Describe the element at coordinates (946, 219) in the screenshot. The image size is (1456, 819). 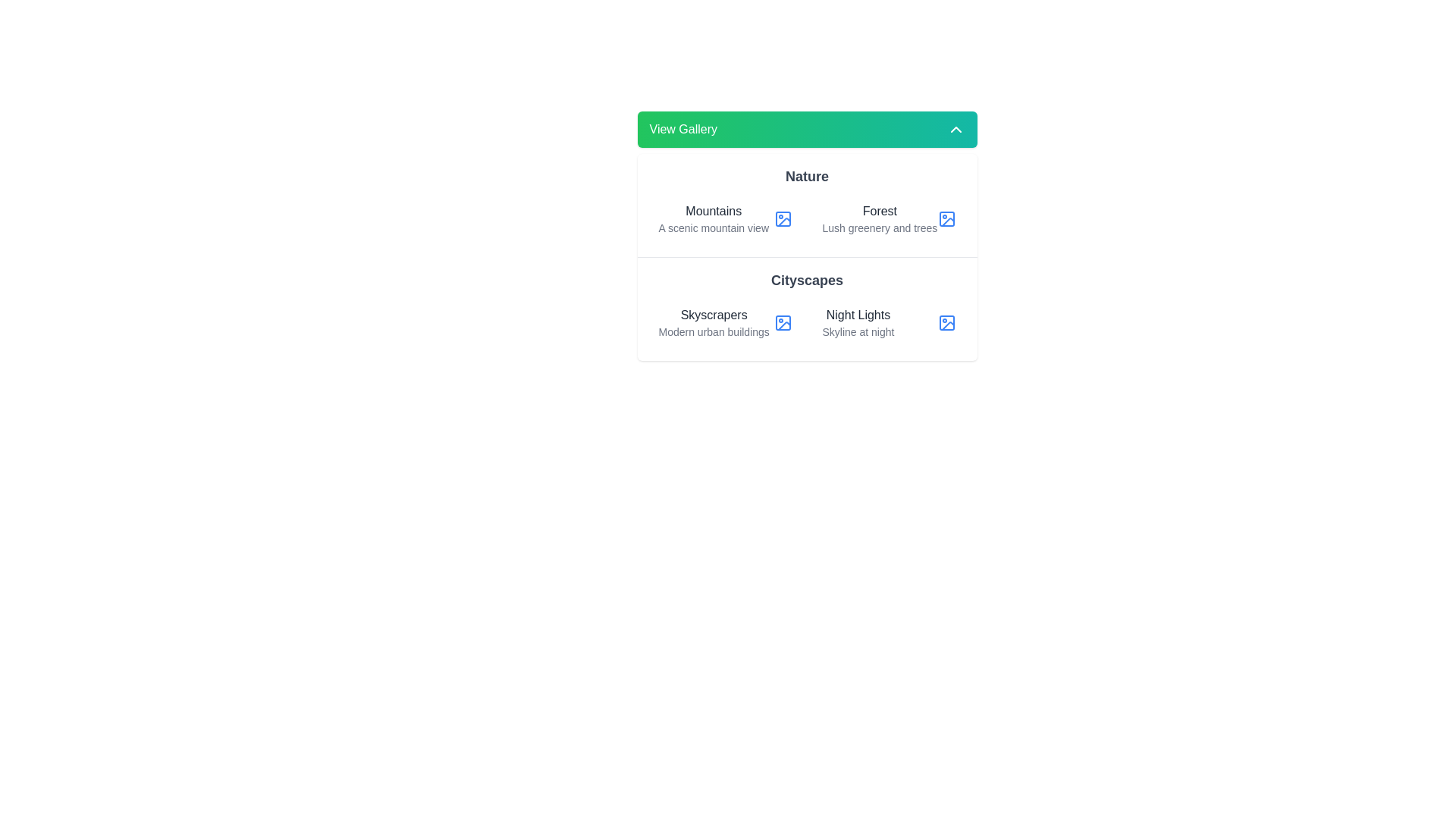
I see `the light blue rectangular icon with rounded corners located in the top-right slot of the grid under the 'Forest' category, next` at that location.